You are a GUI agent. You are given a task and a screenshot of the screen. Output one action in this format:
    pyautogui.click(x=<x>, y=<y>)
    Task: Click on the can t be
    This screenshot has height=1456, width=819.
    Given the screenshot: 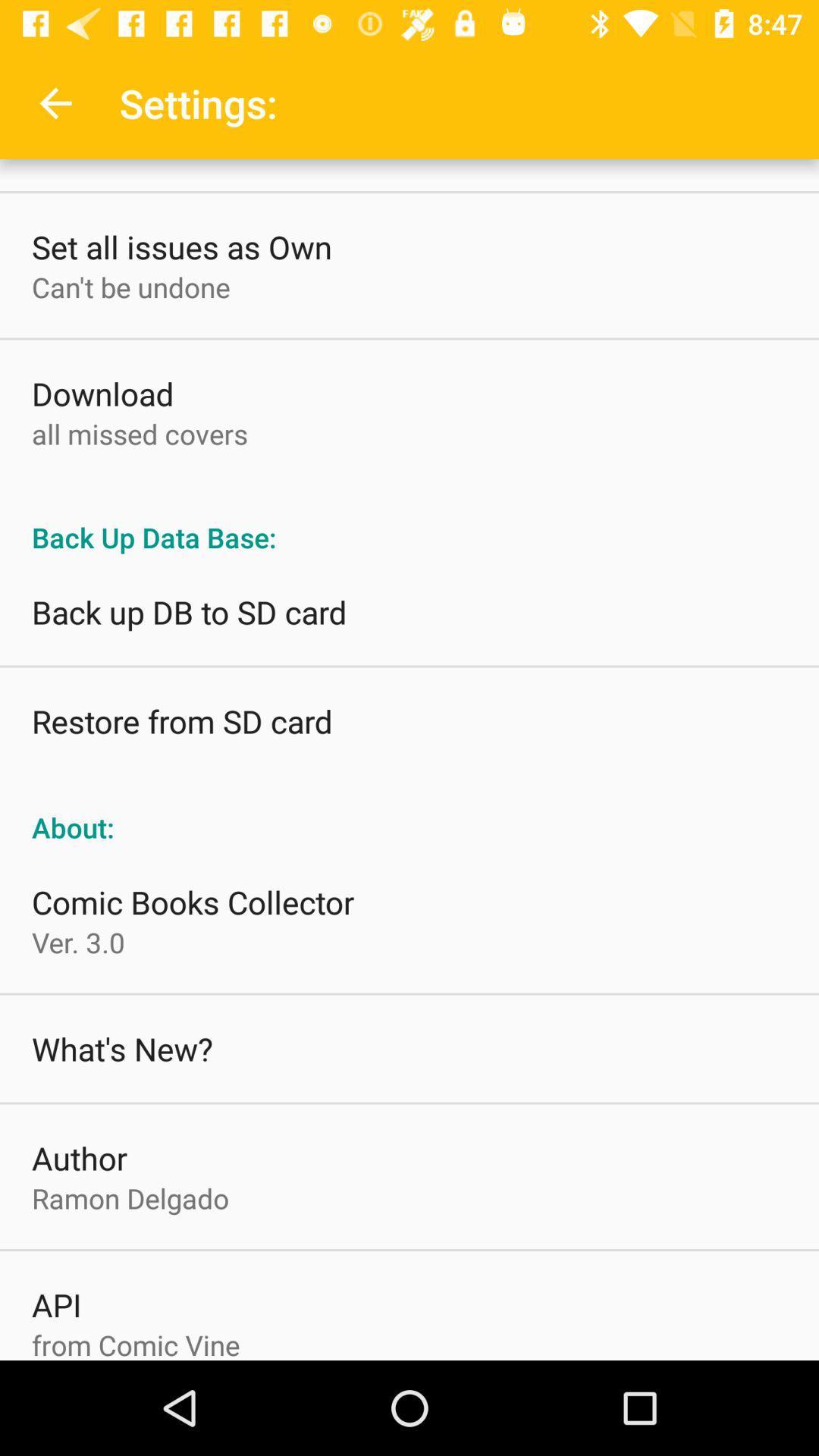 What is the action you would take?
    pyautogui.click(x=130, y=287)
    